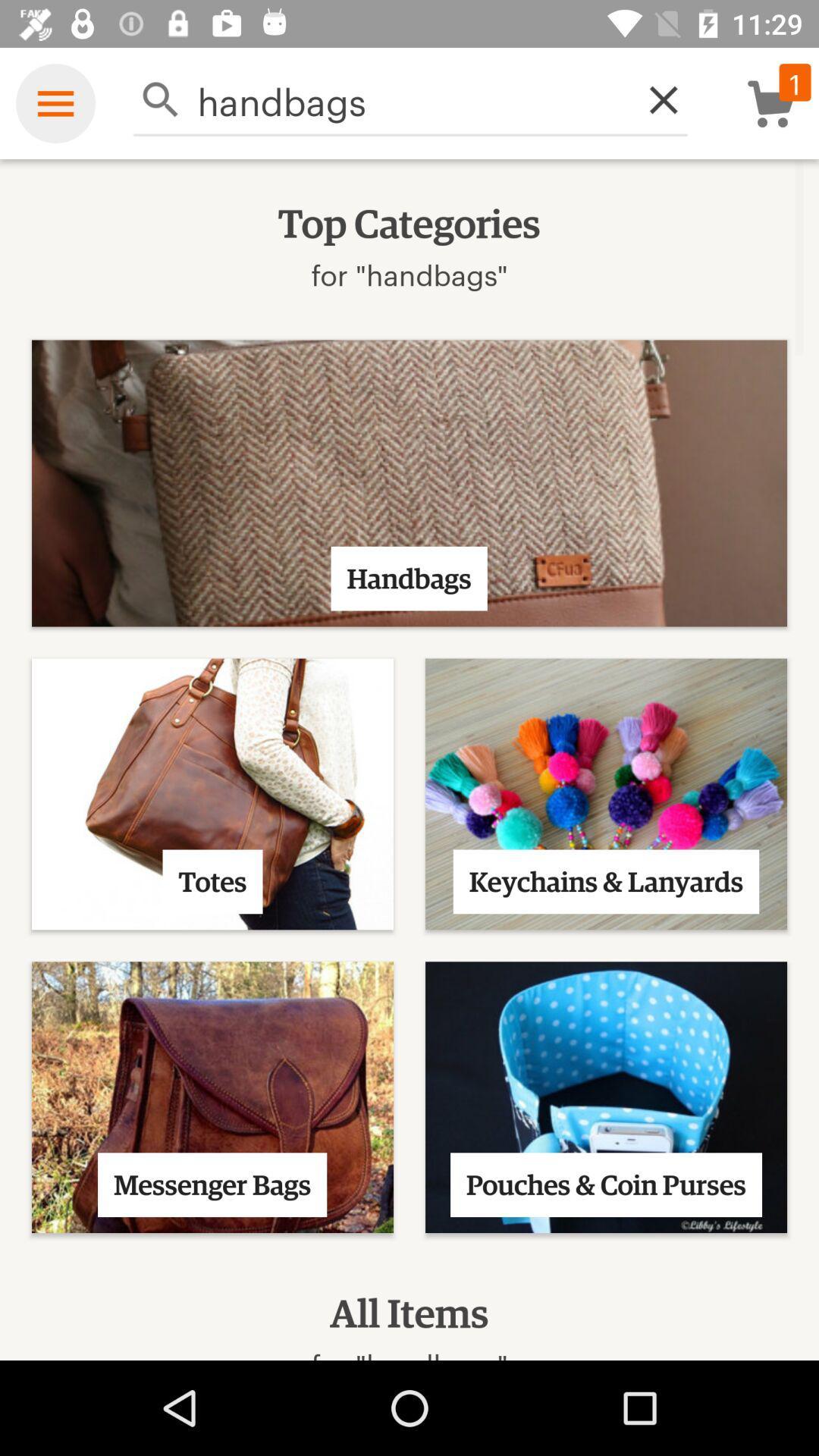 Image resolution: width=819 pixels, height=1456 pixels. Describe the element at coordinates (654, 99) in the screenshot. I see `icon next to handbags` at that location.